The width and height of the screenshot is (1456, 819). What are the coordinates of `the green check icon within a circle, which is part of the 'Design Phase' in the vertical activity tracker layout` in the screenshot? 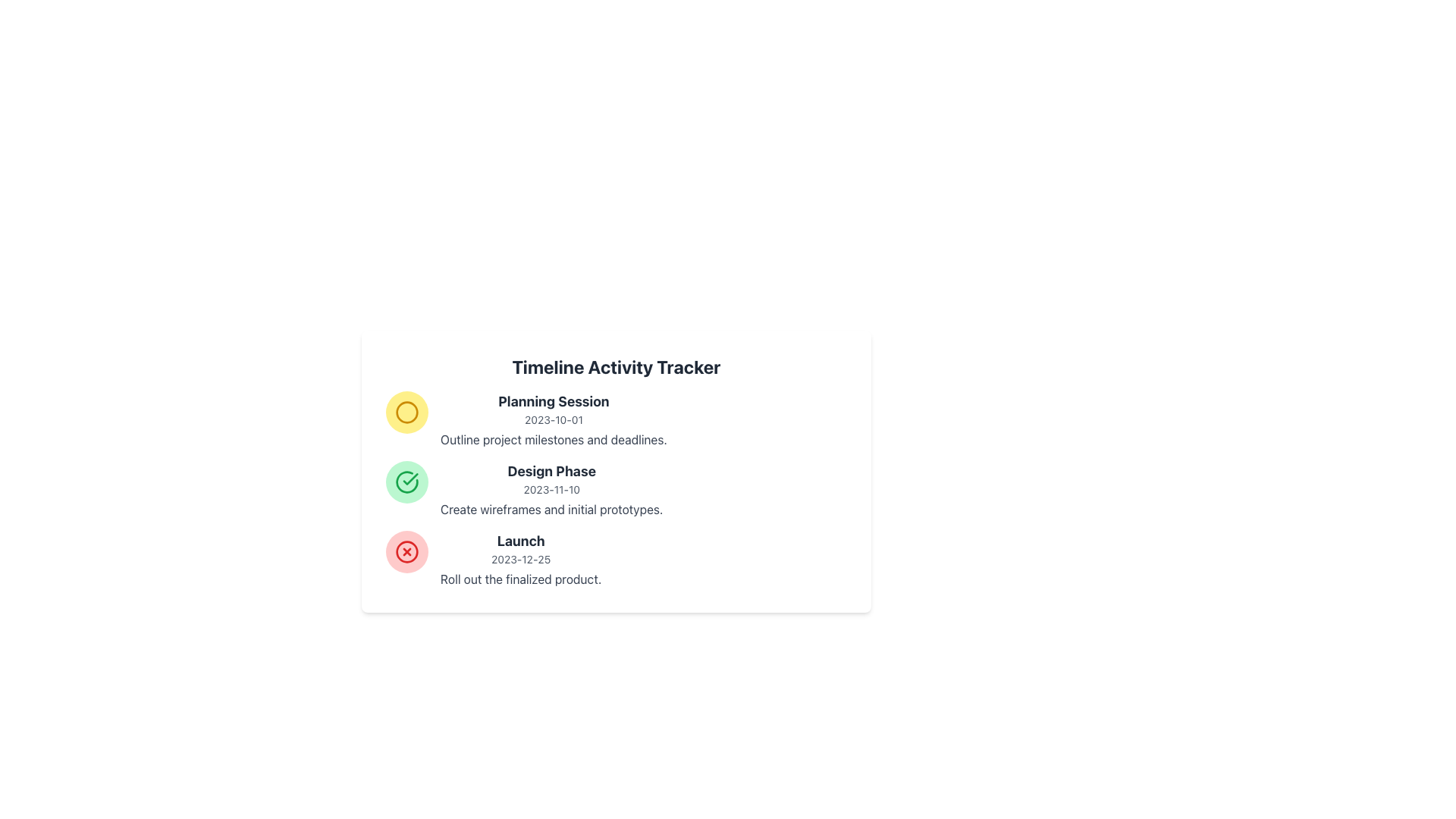 It's located at (407, 482).